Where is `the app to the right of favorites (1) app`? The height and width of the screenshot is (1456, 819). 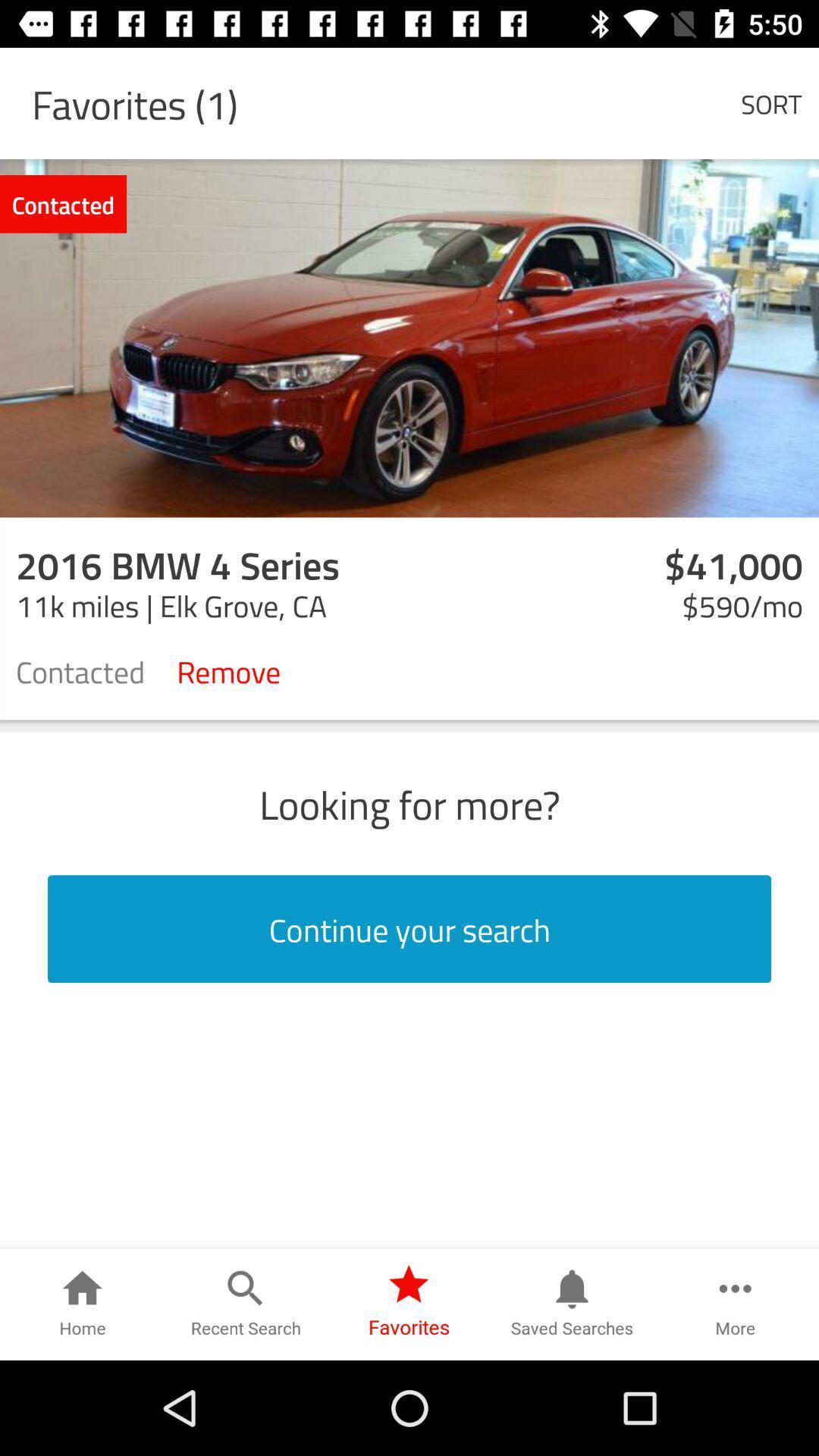
the app to the right of favorites (1) app is located at coordinates (771, 102).